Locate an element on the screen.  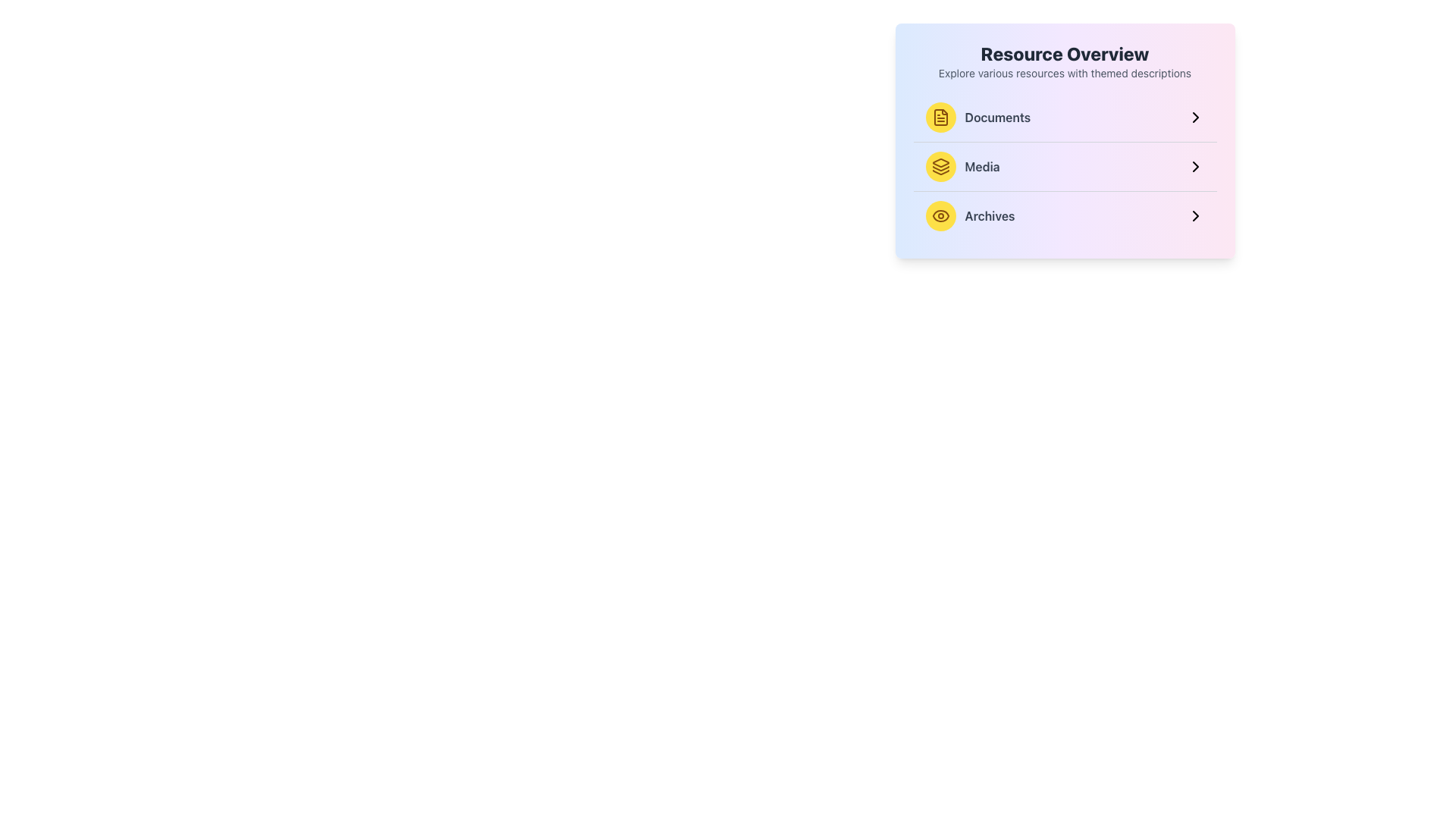
the 'Media' list item in the interactive menu is located at coordinates (1064, 166).